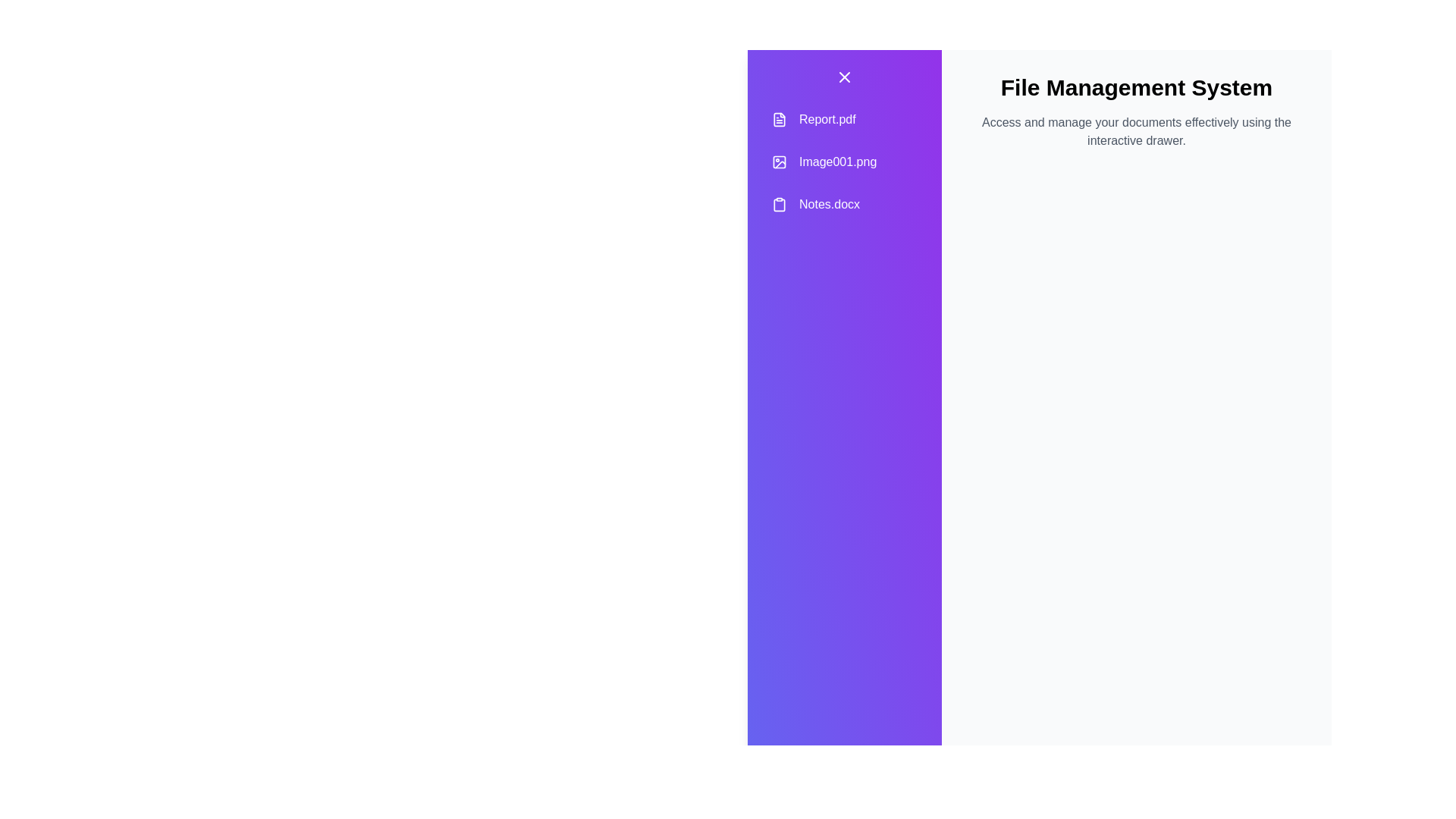  What do you see at coordinates (843, 162) in the screenshot?
I see `the document name Image001.png to observe the hover effect` at bounding box center [843, 162].